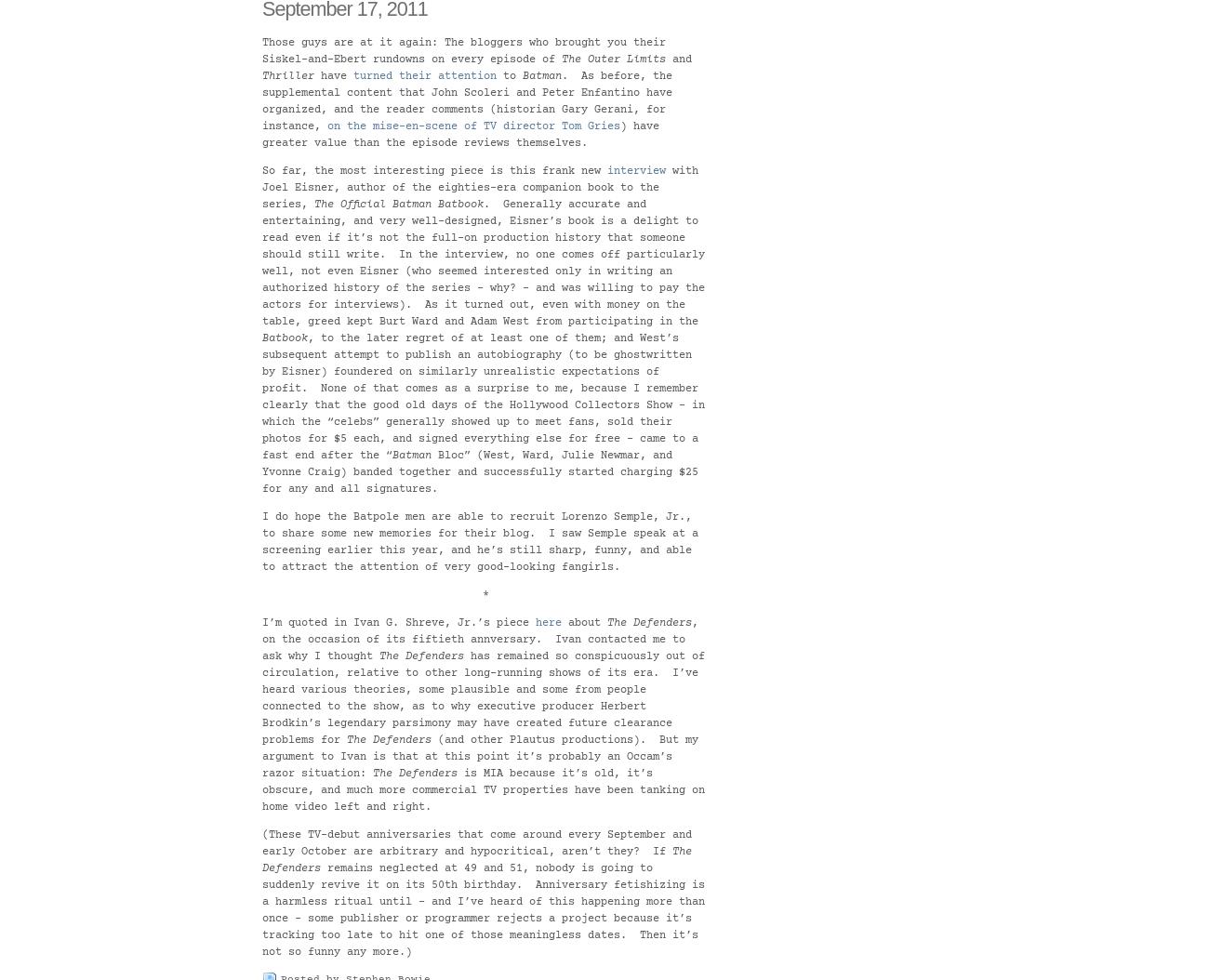  I want to click on 'interview', so click(635, 170).